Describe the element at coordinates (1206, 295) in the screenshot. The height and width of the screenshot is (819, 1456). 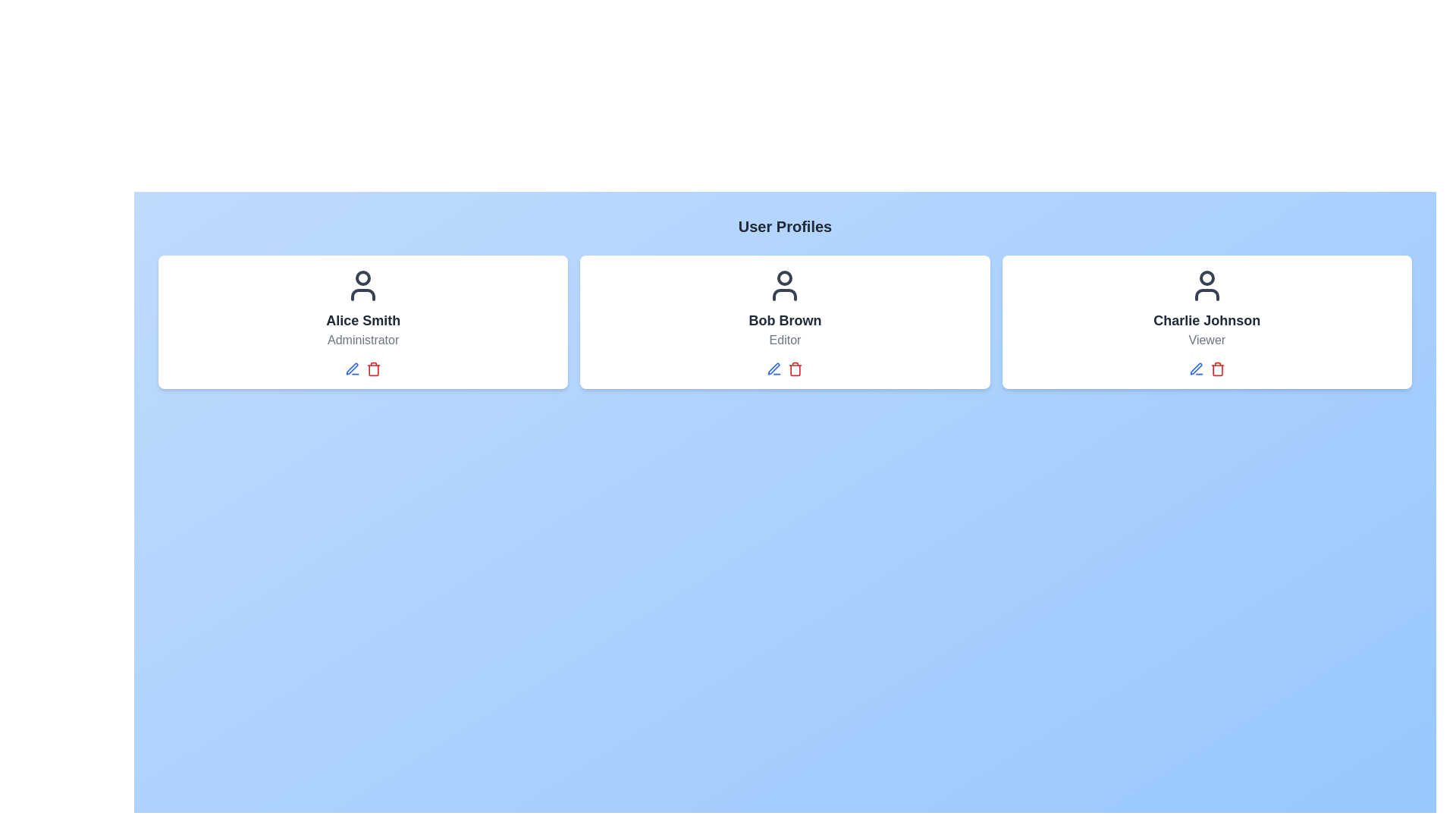
I see `the lower part of the user silhouette icon representing 'Charlie Johnson' in the profile card` at that location.